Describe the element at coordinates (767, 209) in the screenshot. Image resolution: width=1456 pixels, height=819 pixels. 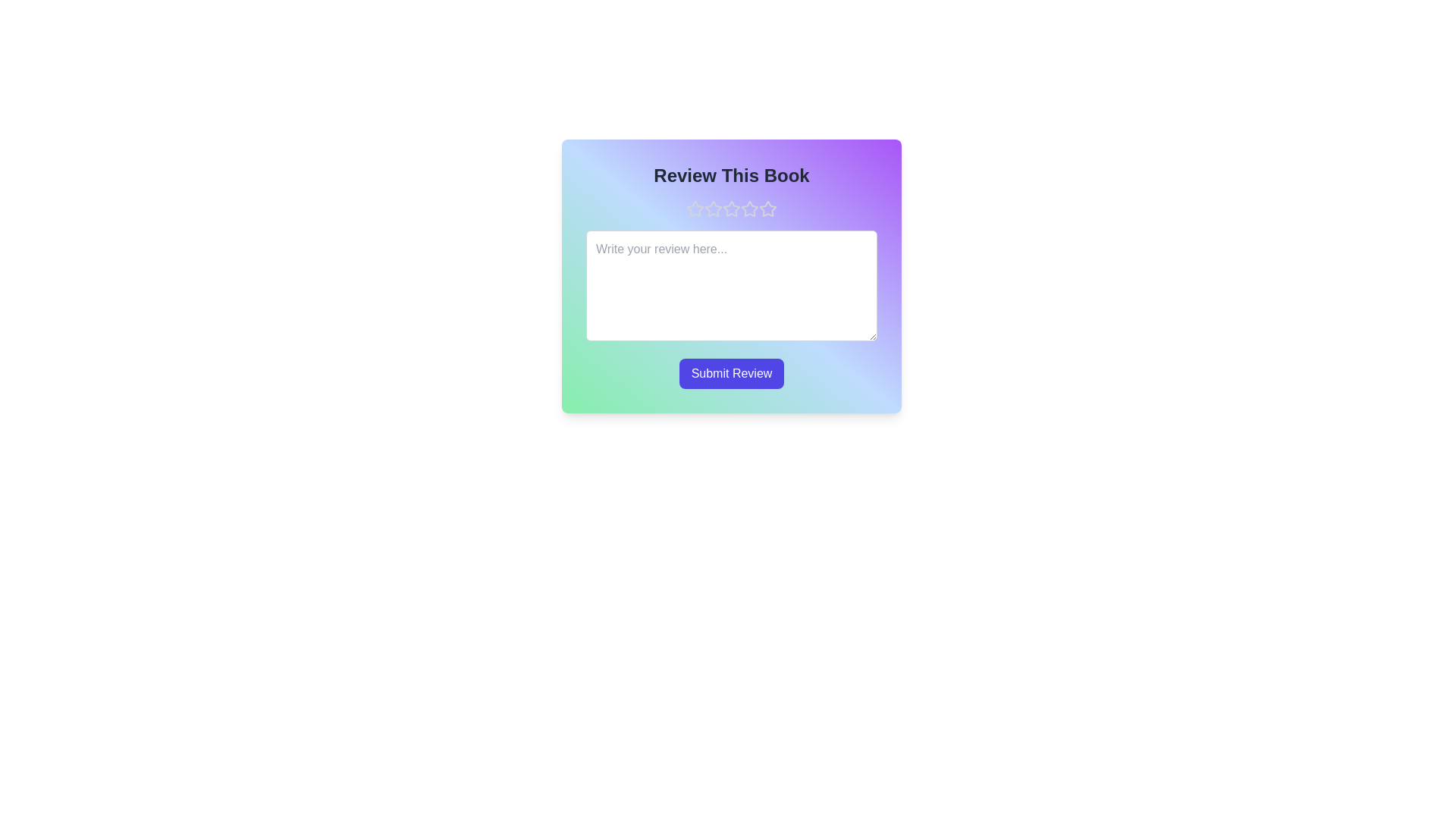
I see `the star corresponding to the desired rating 5` at that location.